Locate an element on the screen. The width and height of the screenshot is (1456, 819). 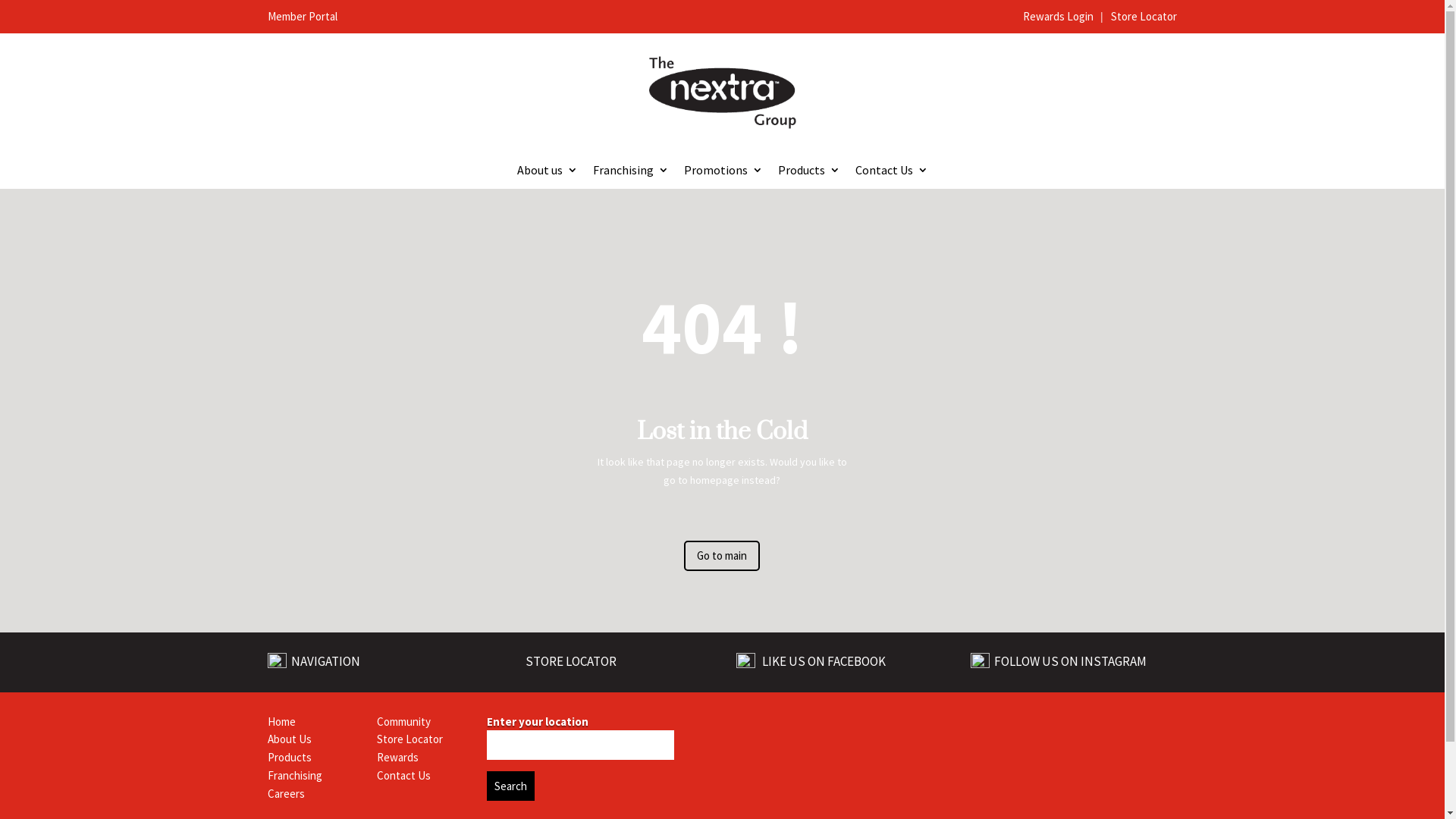
'Products' is located at coordinates (288, 757).